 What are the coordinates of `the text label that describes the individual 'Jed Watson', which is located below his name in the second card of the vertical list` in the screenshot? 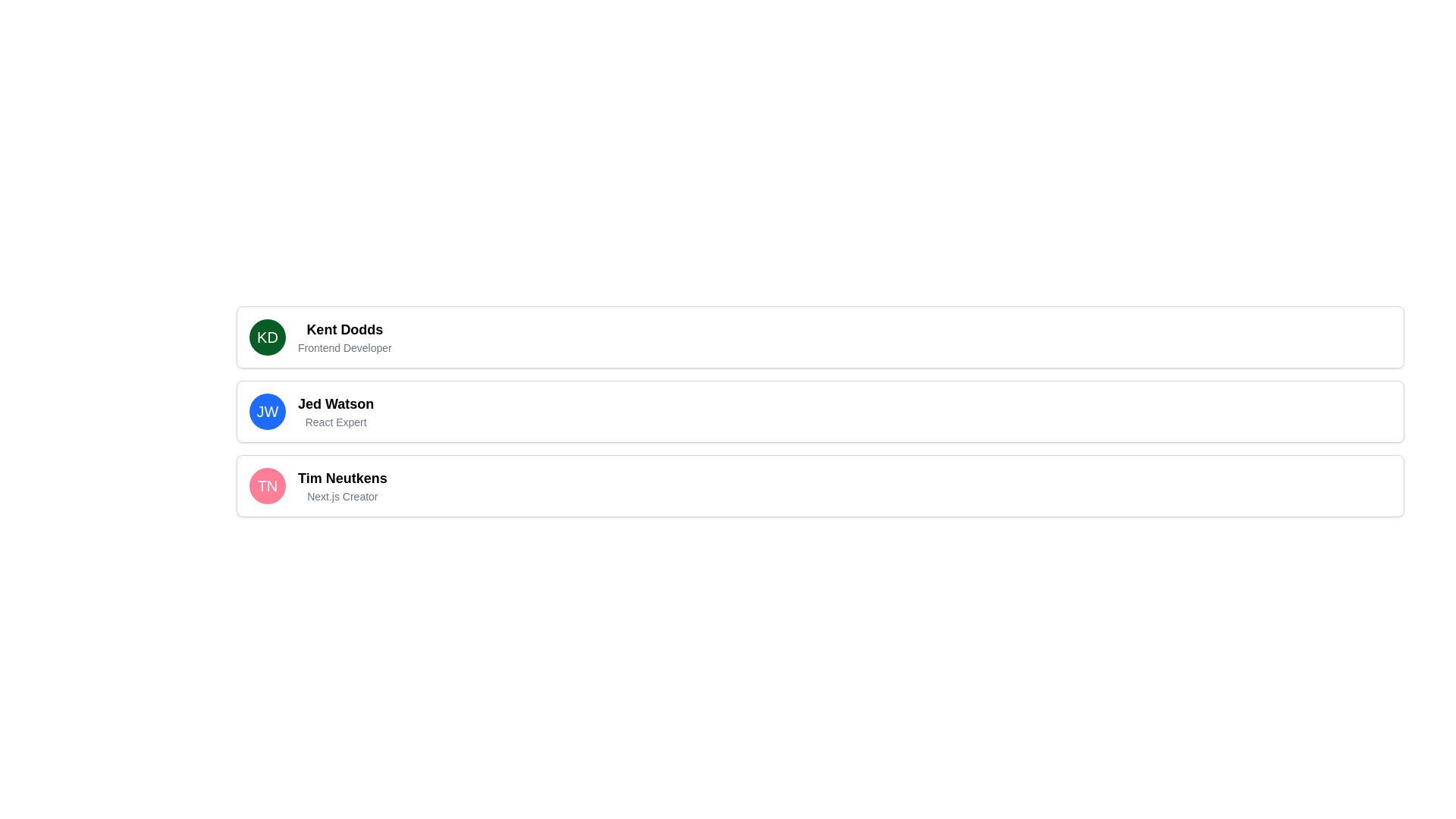 It's located at (335, 422).